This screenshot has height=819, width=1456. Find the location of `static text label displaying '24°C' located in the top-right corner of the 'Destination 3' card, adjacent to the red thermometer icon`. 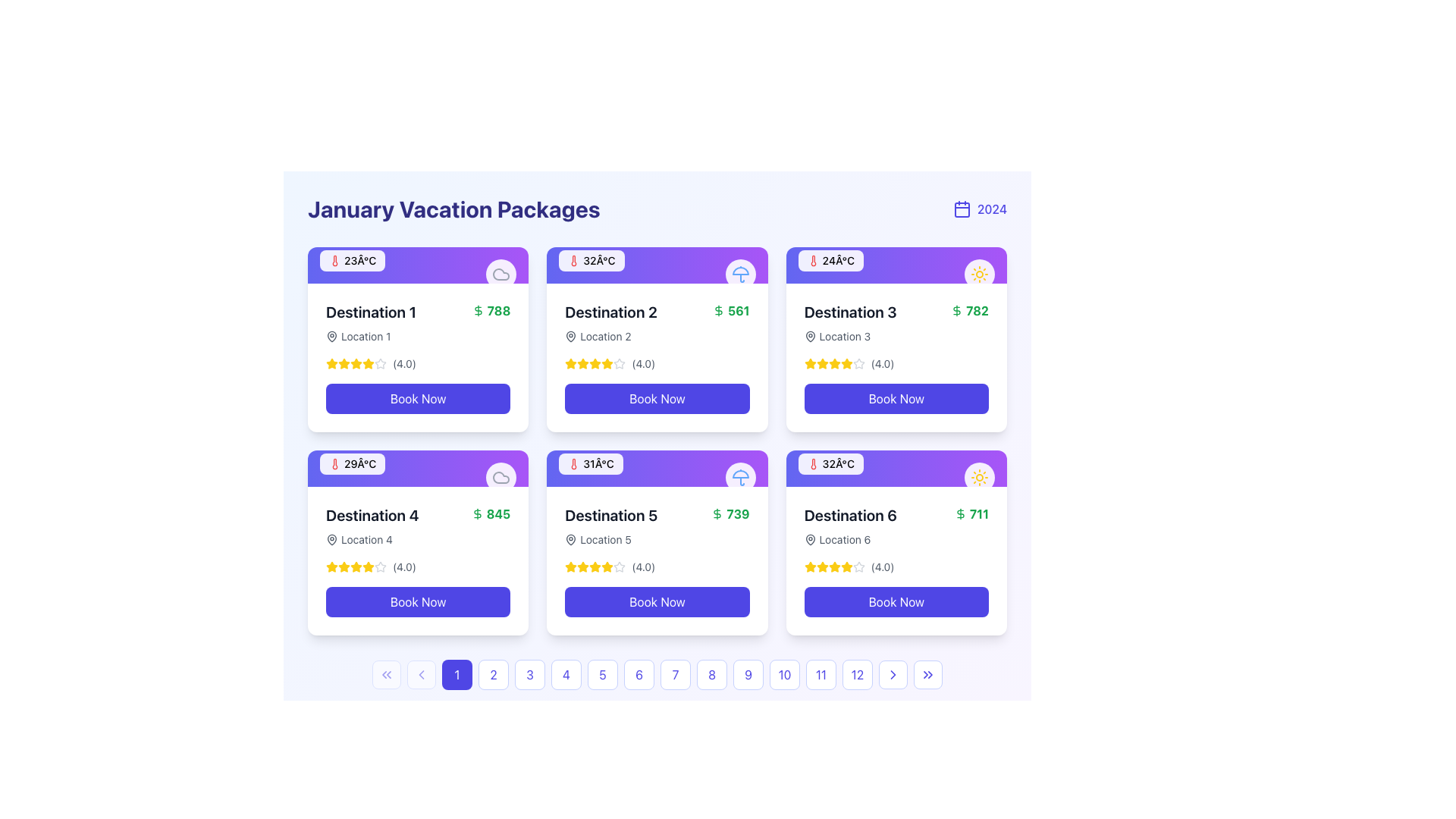

static text label displaying '24°C' located in the top-right corner of the 'Destination 3' card, adjacent to the red thermometer icon is located at coordinates (837, 259).